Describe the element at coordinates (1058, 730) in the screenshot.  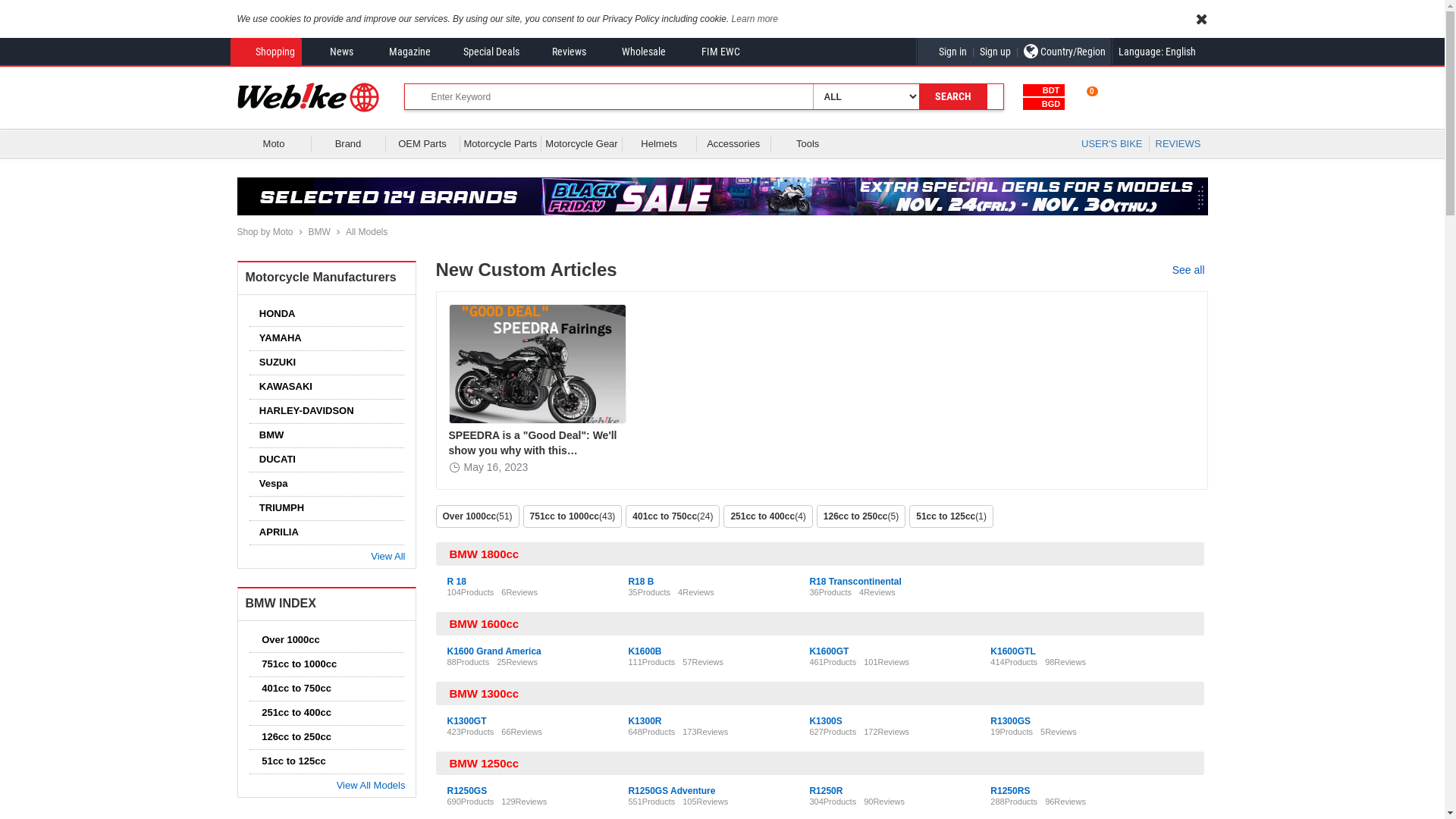
I see `'5Reviews'` at that location.